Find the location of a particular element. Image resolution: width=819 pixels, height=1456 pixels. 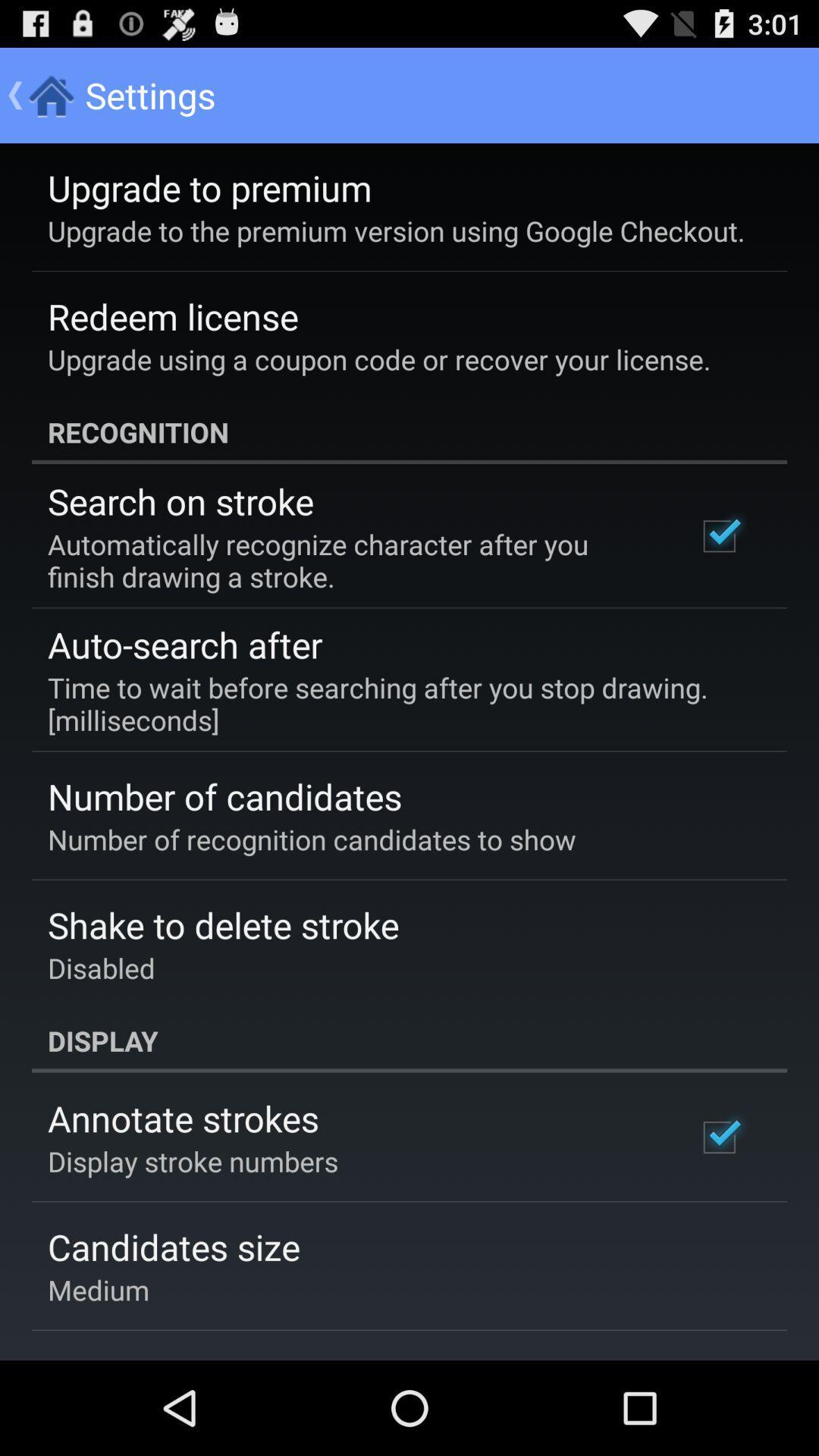

medium item is located at coordinates (99, 1288).